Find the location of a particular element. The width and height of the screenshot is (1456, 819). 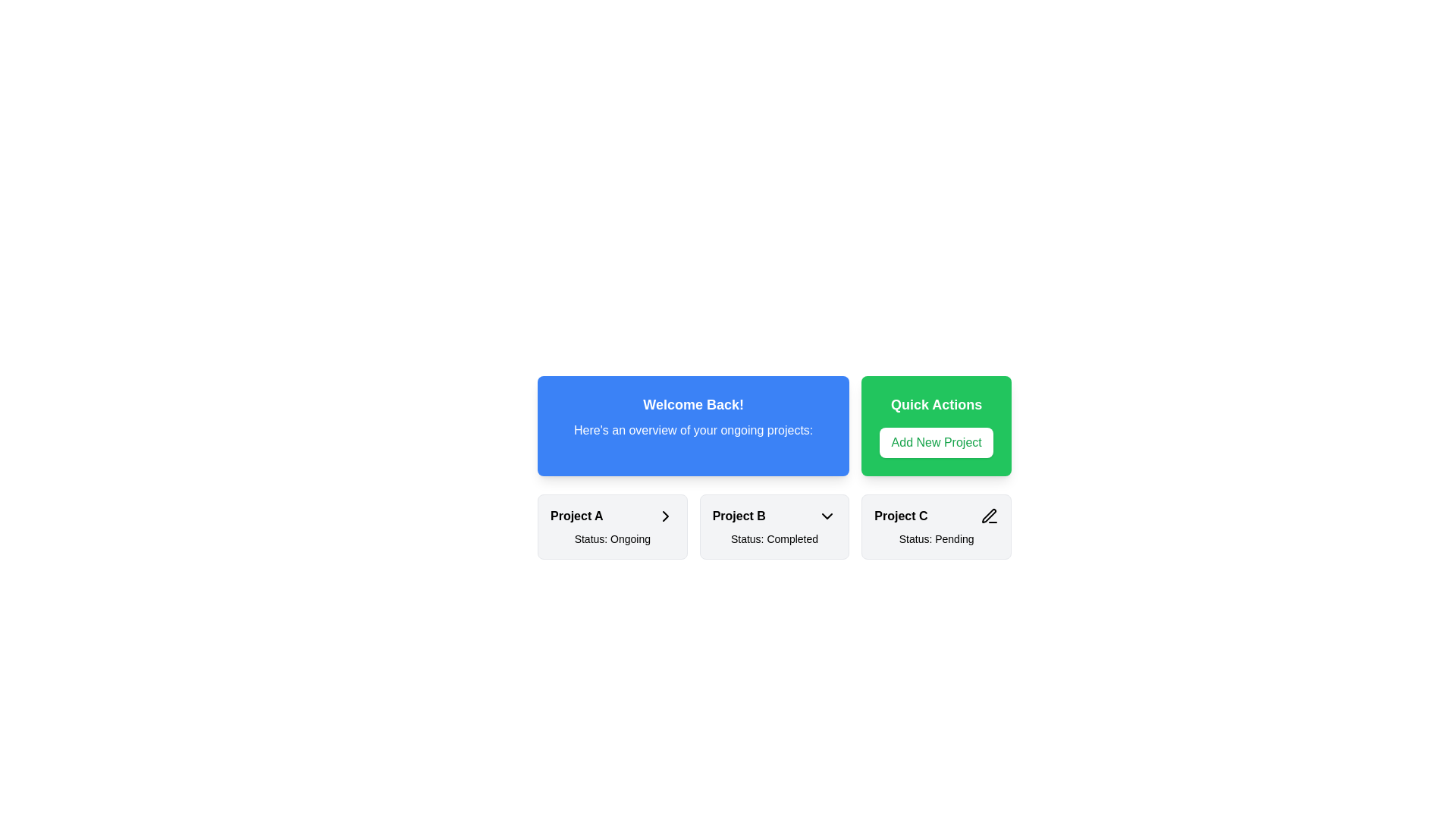

text label that serves as the title for the project card, specifically identifying it as 'Project B', located above the status text 'Status: Completed' in the second project card is located at coordinates (739, 516).